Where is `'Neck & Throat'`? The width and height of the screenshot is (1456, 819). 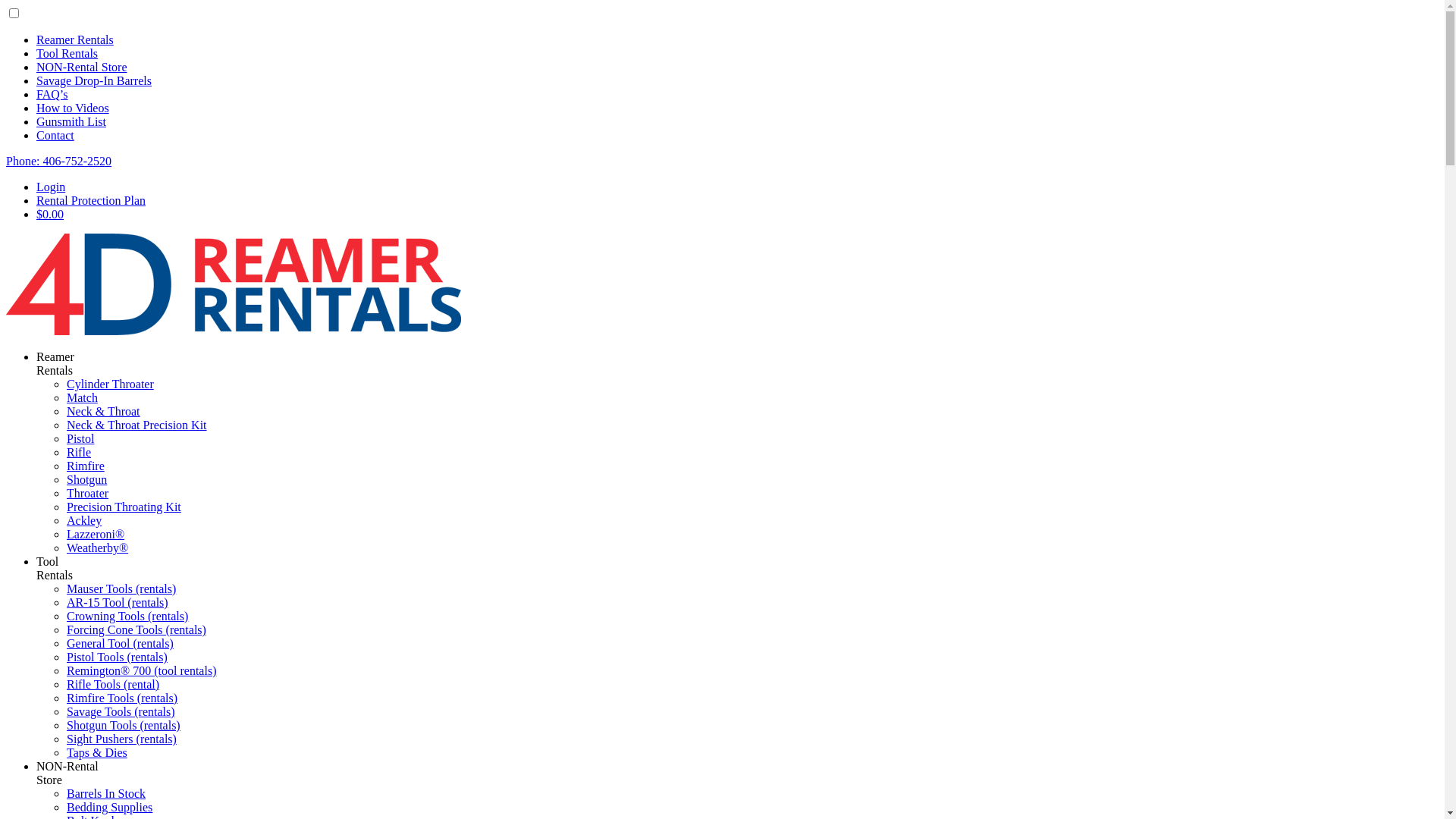 'Neck & Throat' is located at coordinates (102, 411).